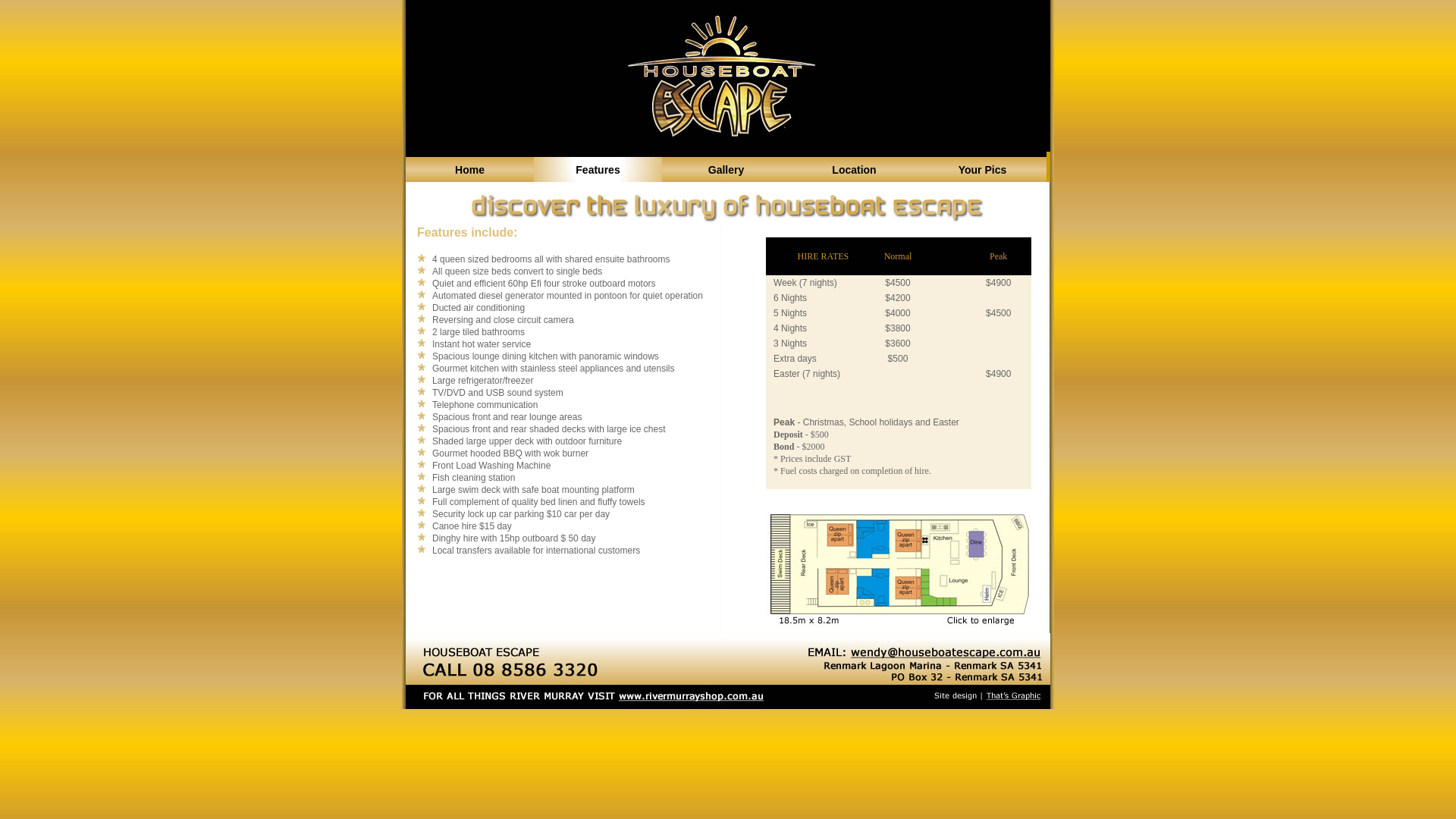 Image resolution: width=1456 pixels, height=819 pixels. I want to click on 'Gallery', so click(725, 169).